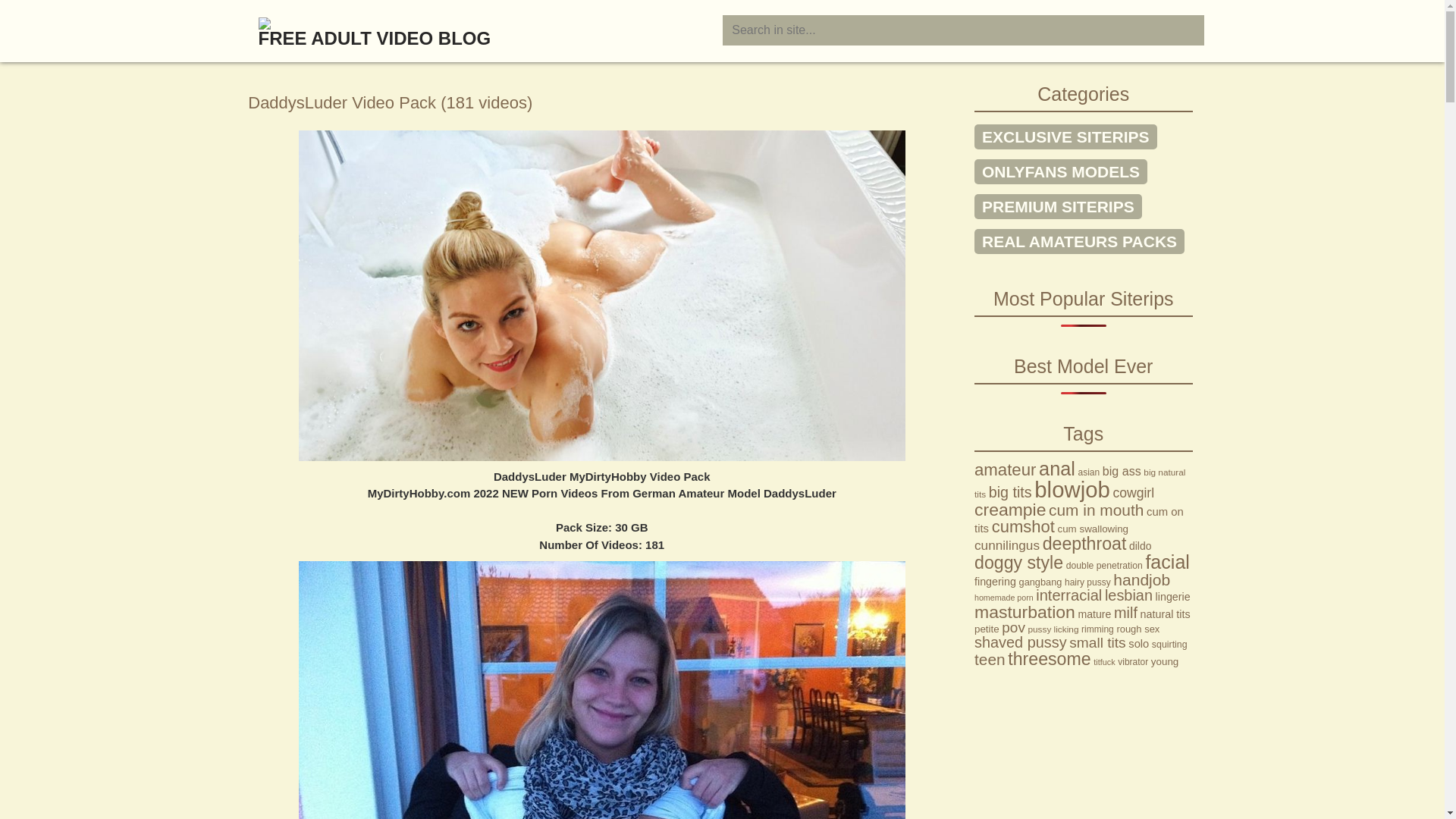 The width and height of the screenshot is (1456, 819). I want to click on 'PREMIUM SITERIPS', so click(1057, 206).